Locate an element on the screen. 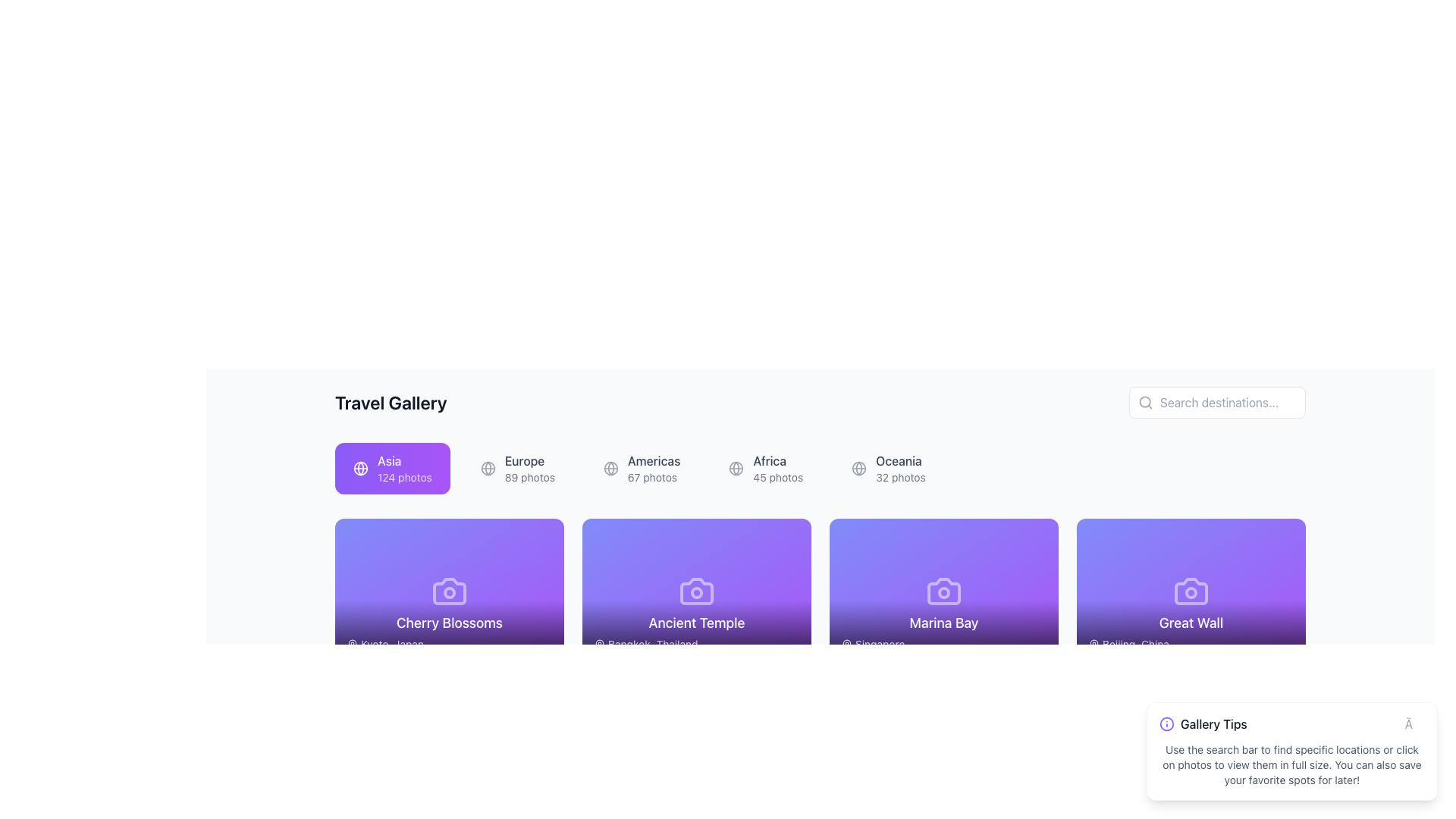 The image size is (1456, 819). the button that navigates to the 'Africa' section in the gallery, positioned as the fourth item between 'Americas' and 'Oceania' is located at coordinates (766, 467).